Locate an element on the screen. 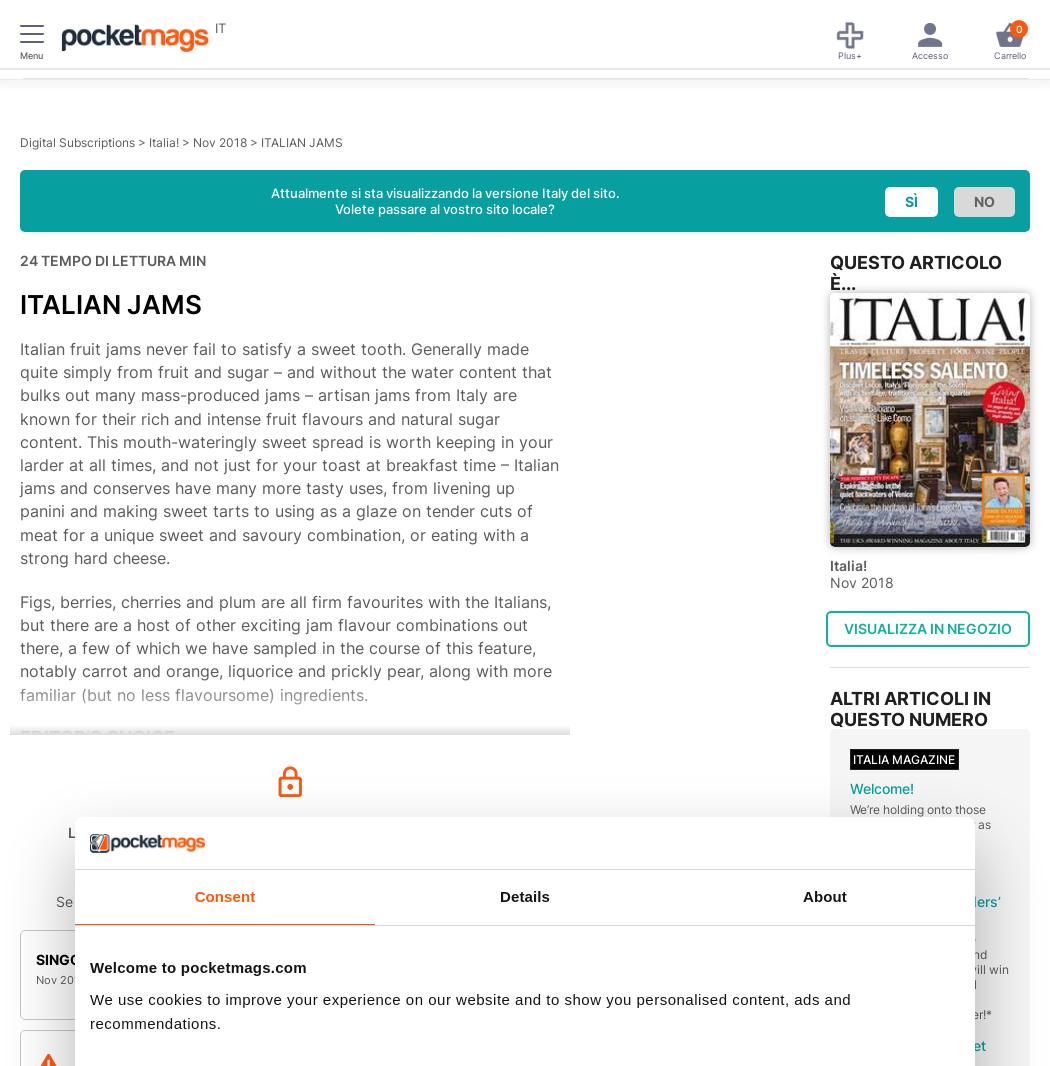 This screenshot has height=1066, width=1050. 'Volete passare al vostro sito locale?' is located at coordinates (334, 208).